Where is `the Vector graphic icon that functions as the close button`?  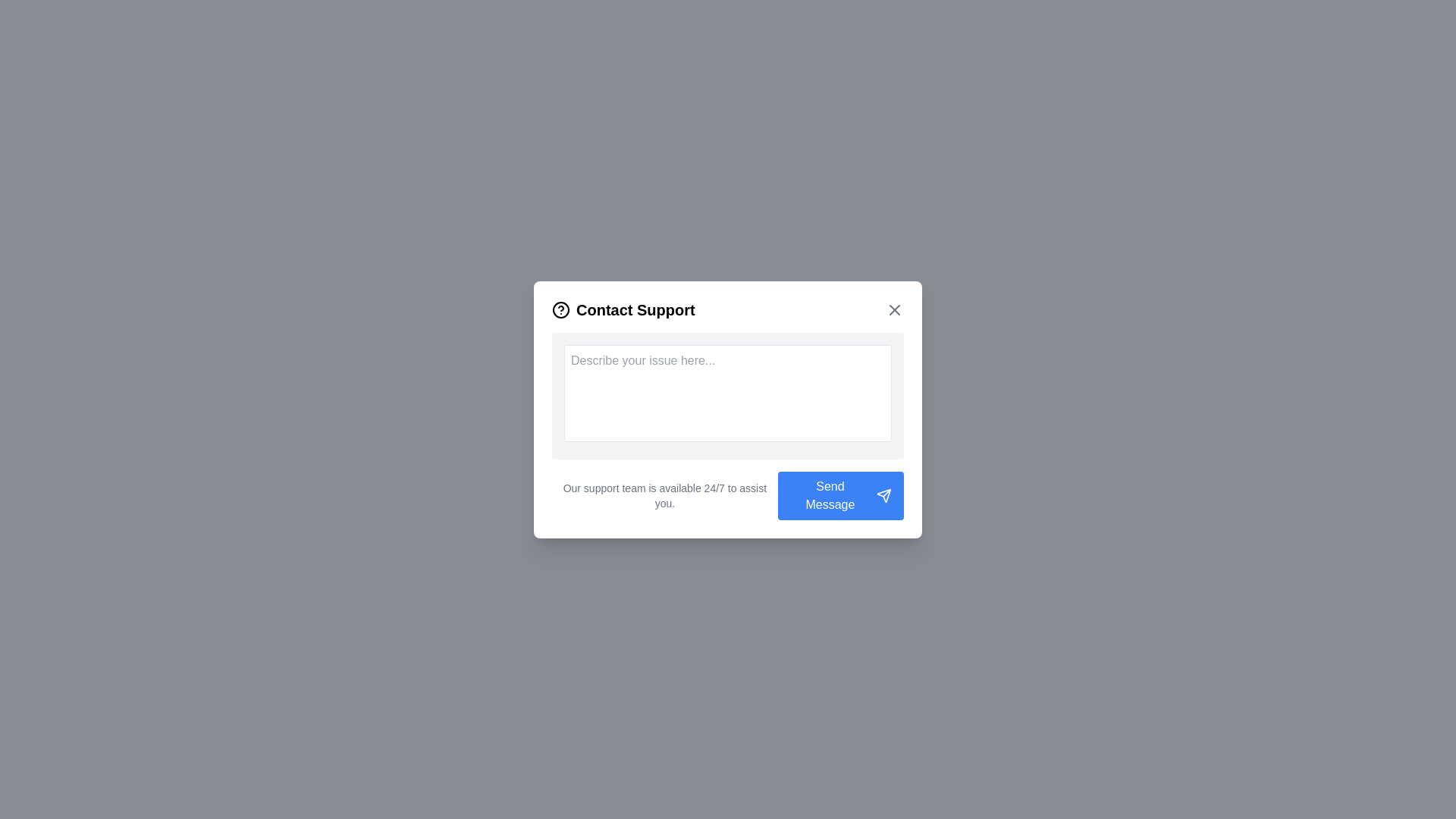
the Vector graphic icon that functions as the close button is located at coordinates (895, 309).